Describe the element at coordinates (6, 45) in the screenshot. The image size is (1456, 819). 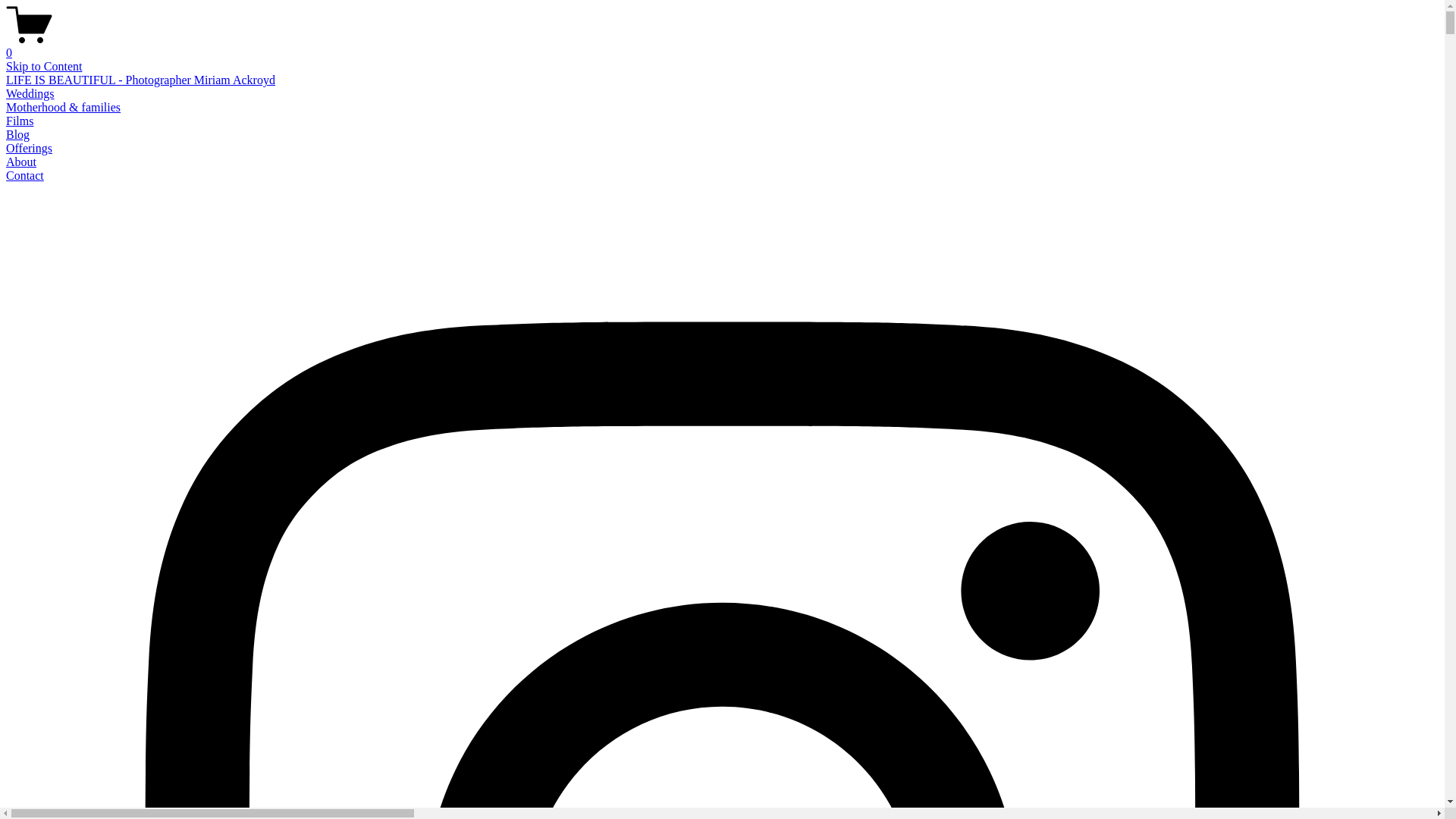
I see `'0'` at that location.